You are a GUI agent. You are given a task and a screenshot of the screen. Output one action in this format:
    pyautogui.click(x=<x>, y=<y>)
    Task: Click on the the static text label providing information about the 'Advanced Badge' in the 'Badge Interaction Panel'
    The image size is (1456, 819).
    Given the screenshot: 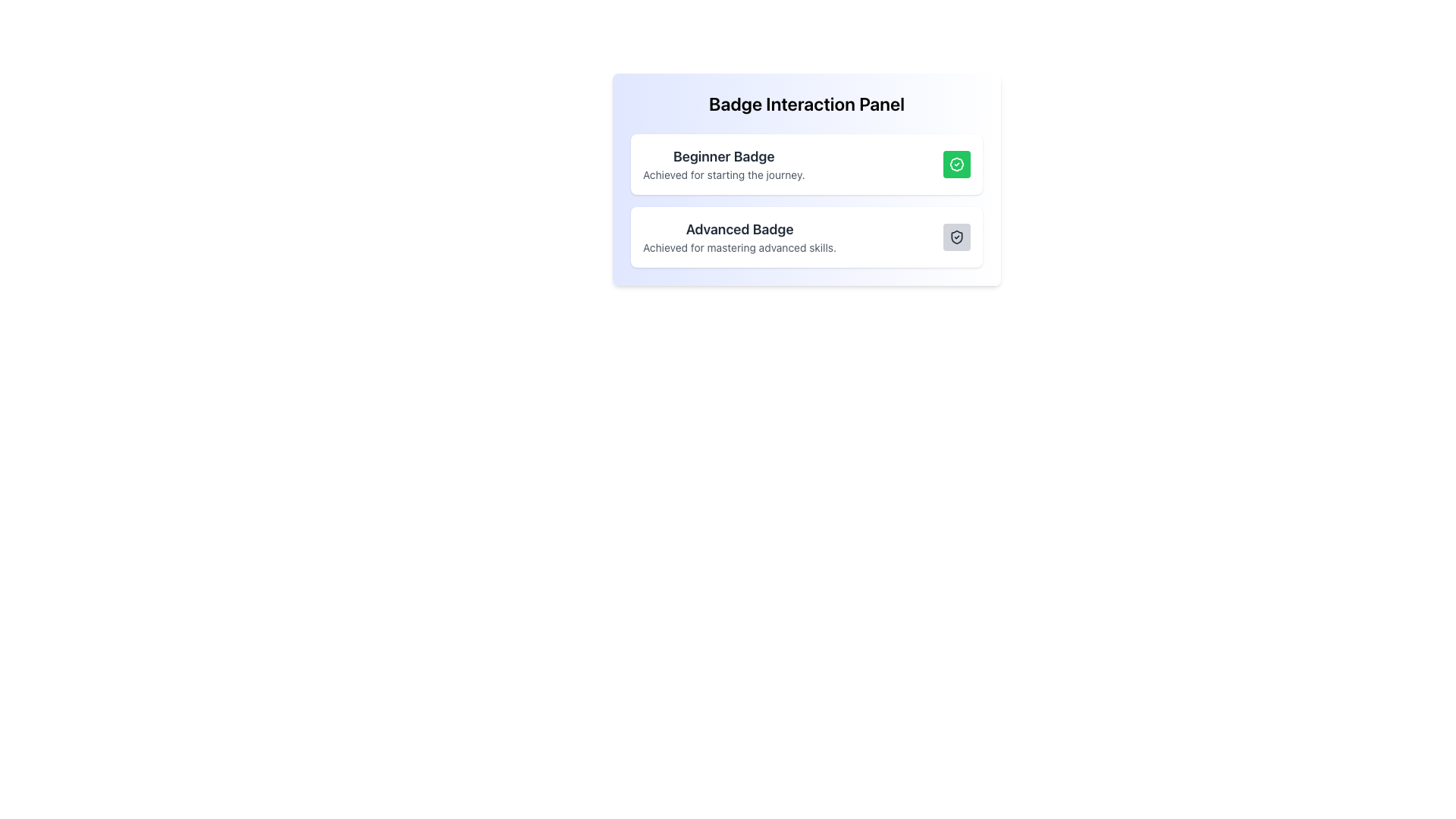 What is the action you would take?
    pyautogui.click(x=739, y=247)
    